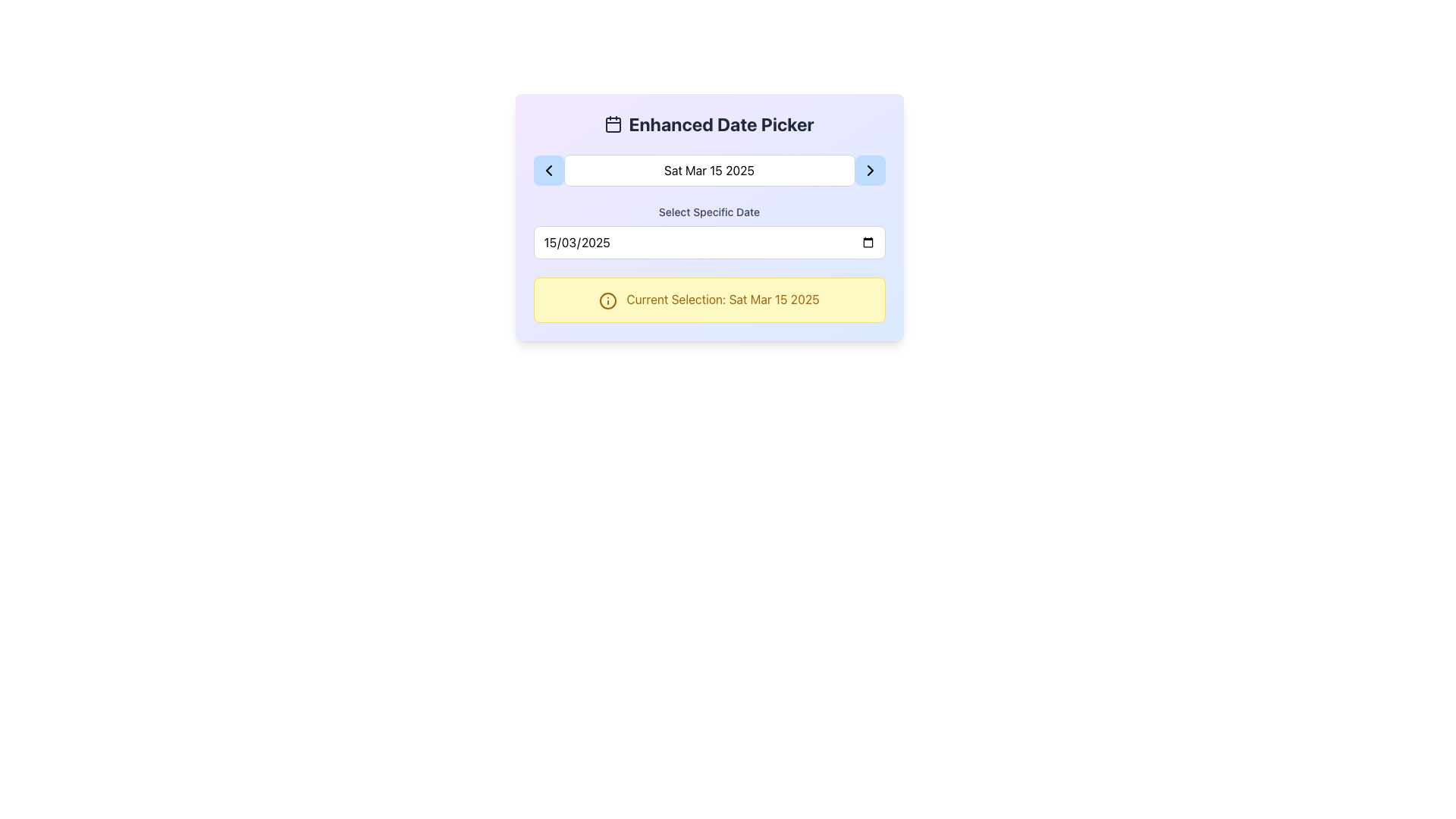 The image size is (1456, 819). Describe the element at coordinates (708, 231) in the screenshot. I see `the date input field located centrally in the card below the current date display` at that location.